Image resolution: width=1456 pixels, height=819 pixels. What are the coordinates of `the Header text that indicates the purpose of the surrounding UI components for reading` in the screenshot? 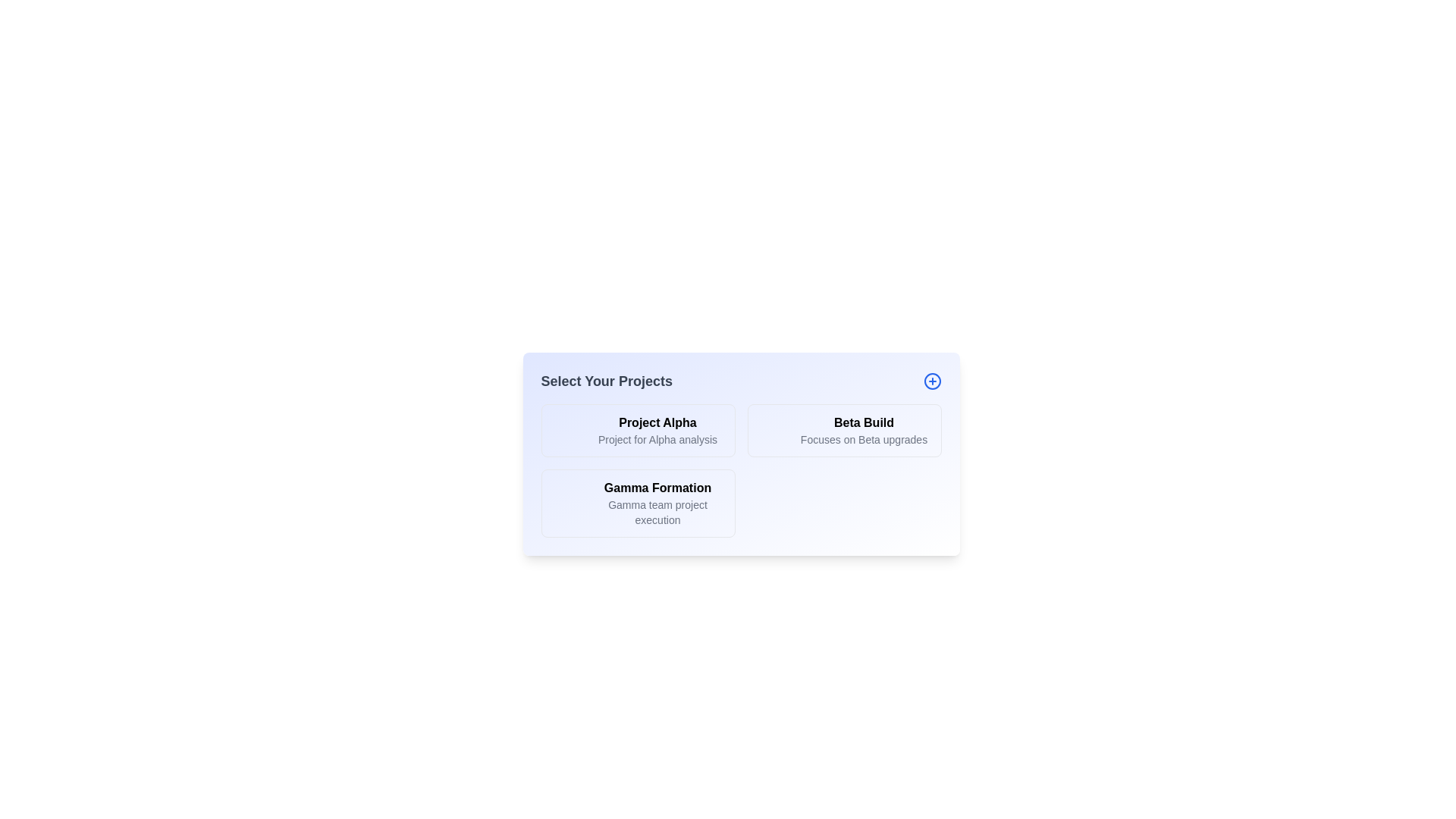 It's located at (607, 380).